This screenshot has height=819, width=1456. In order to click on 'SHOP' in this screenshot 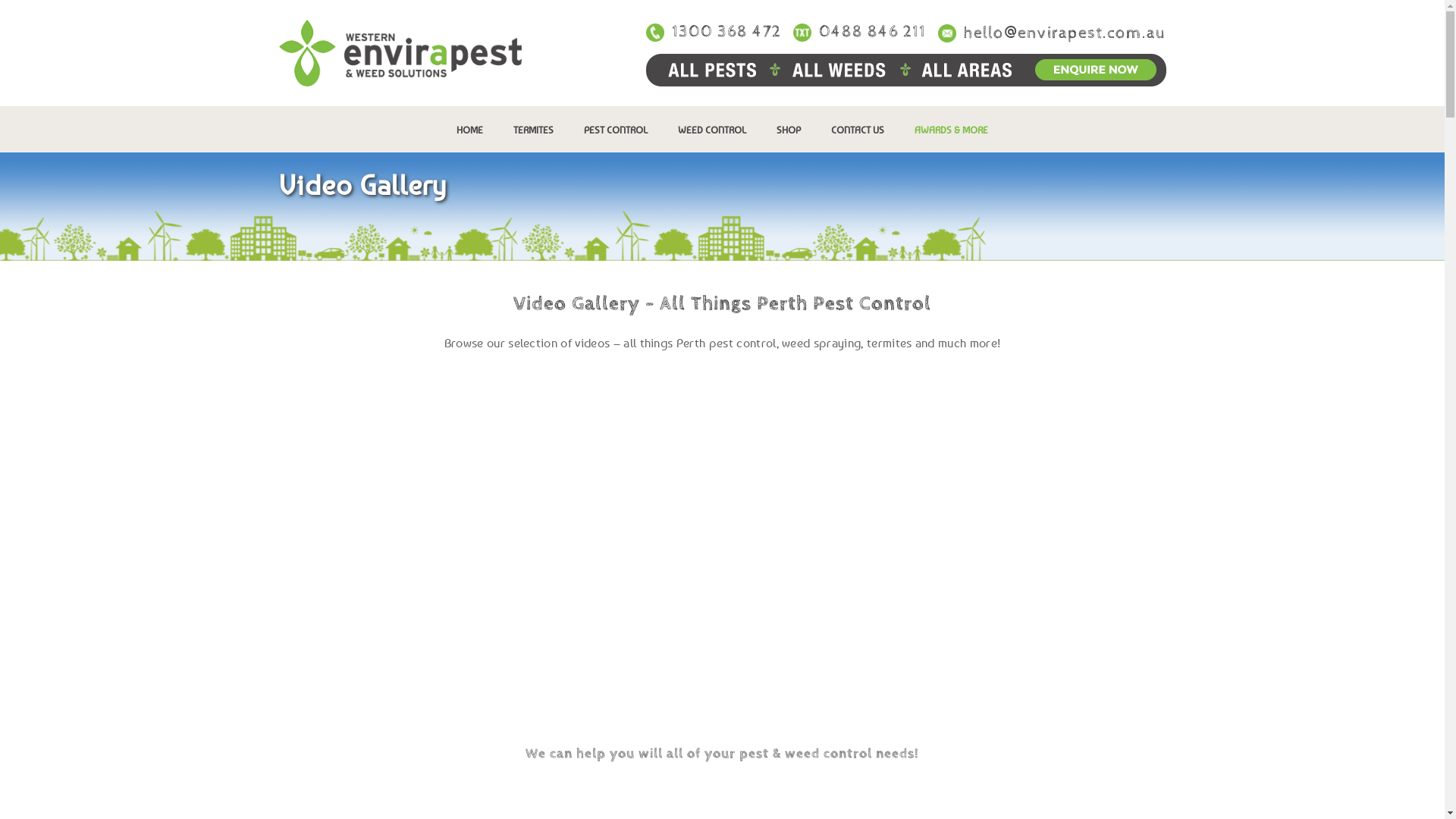, I will do `click(789, 128)`.